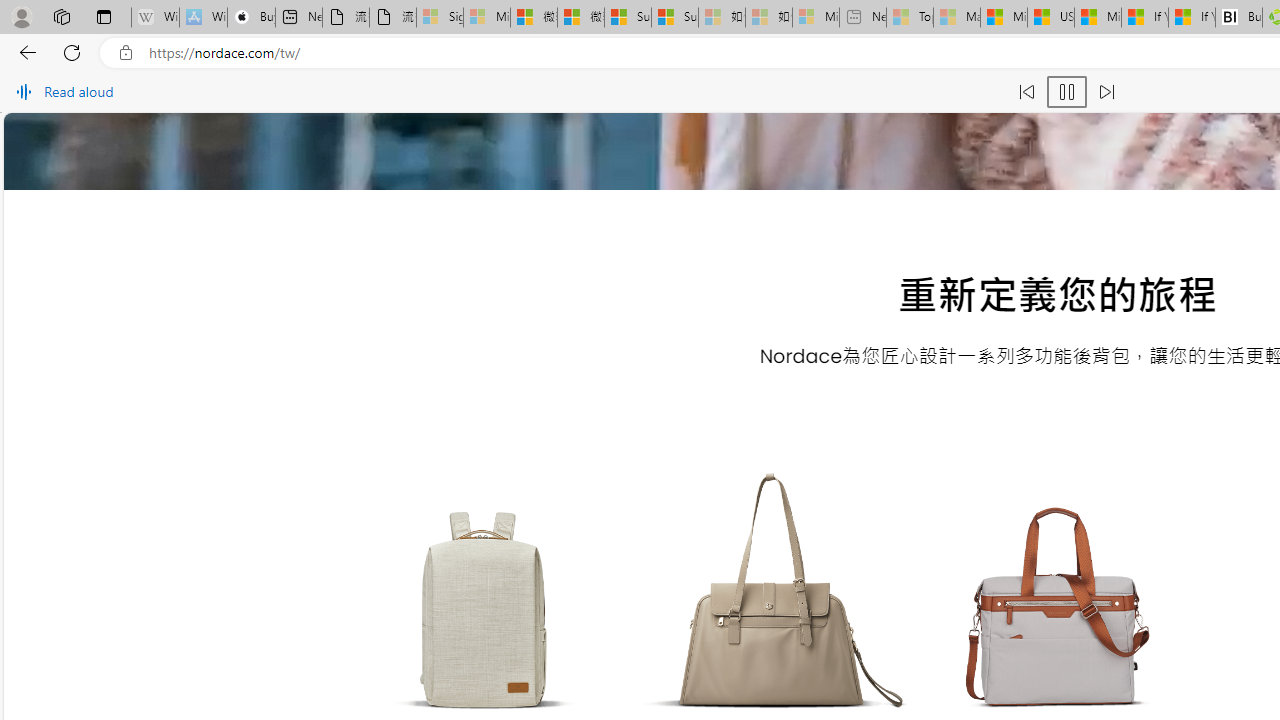  I want to click on 'Marine life - MSN - Sleeping', so click(956, 17).